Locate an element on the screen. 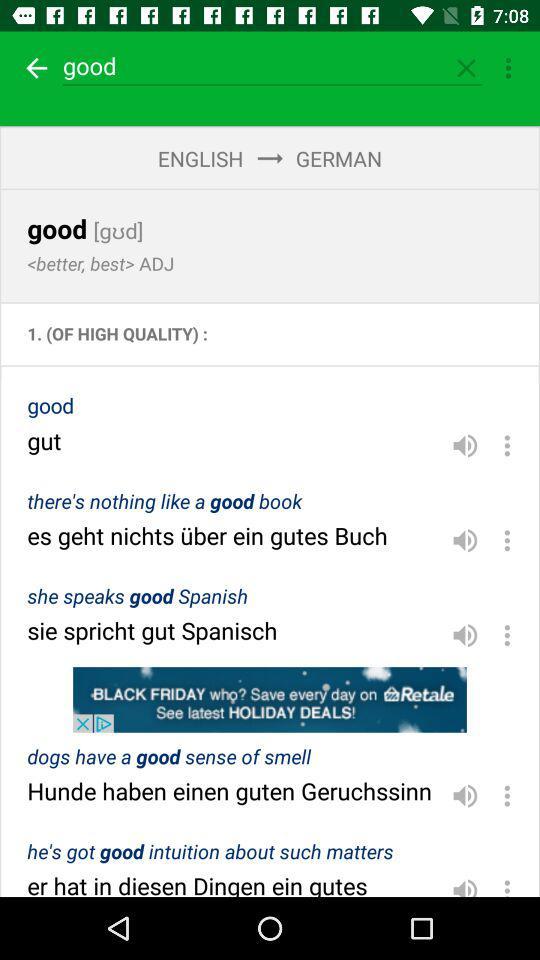  settings is located at coordinates (507, 796).